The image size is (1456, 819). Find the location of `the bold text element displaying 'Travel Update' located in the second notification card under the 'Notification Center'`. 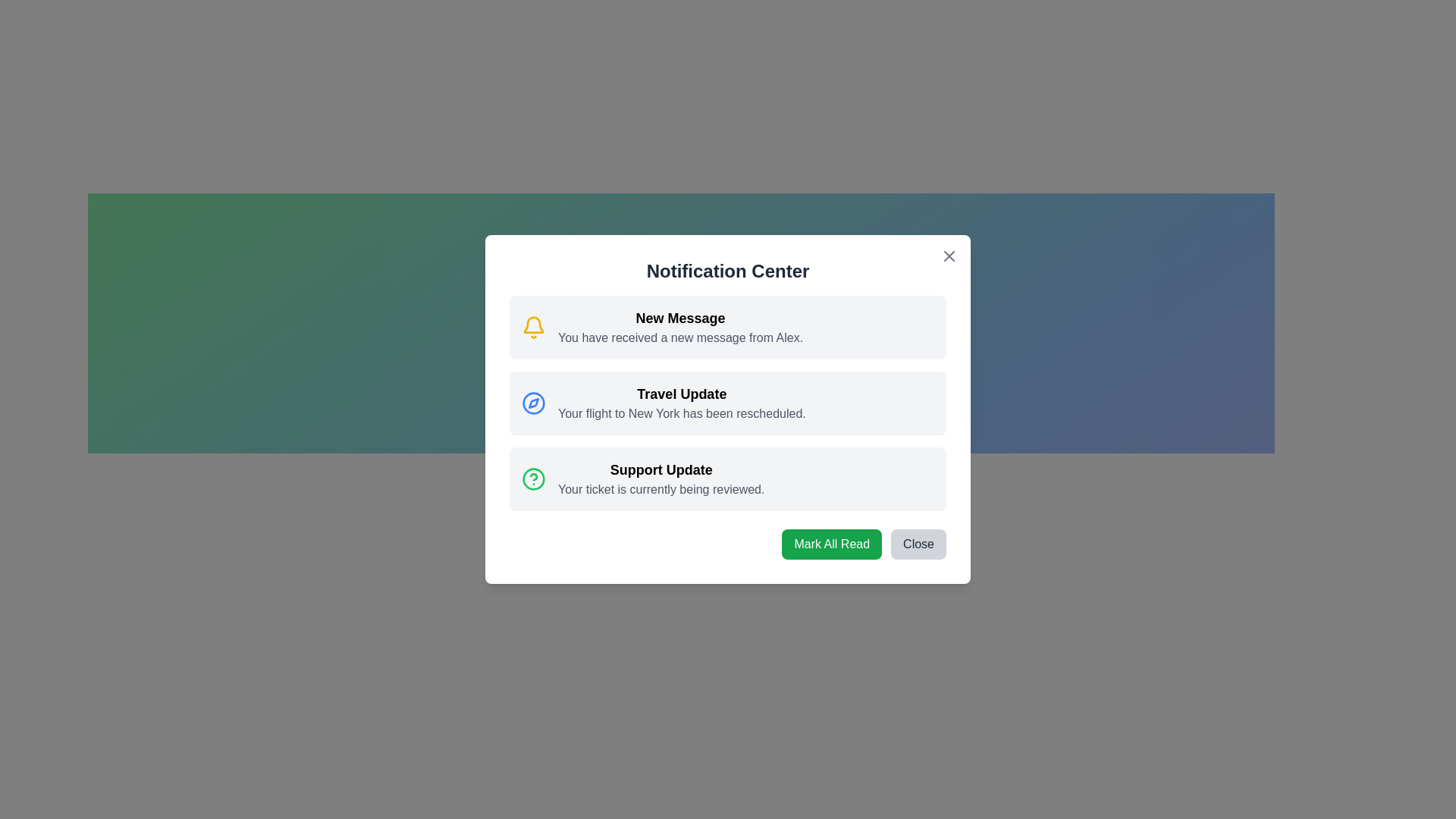

the bold text element displaying 'Travel Update' located in the second notification card under the 'Notification Center' is located at coordinates (681, 394).